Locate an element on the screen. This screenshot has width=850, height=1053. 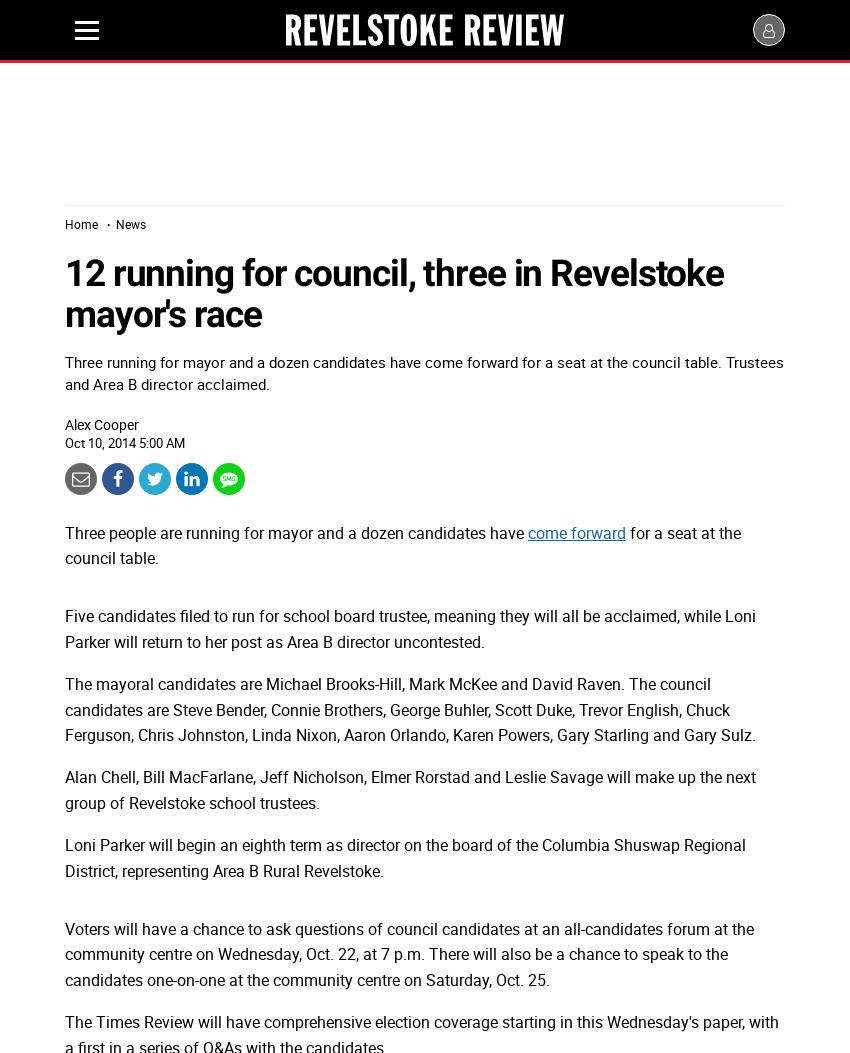
'Loni Parker will begin an eighth term as director on the board of the Columbia Shuswap Regional District, representing Area B Rural Revelstoke.' is located at coordinates (65, 856).